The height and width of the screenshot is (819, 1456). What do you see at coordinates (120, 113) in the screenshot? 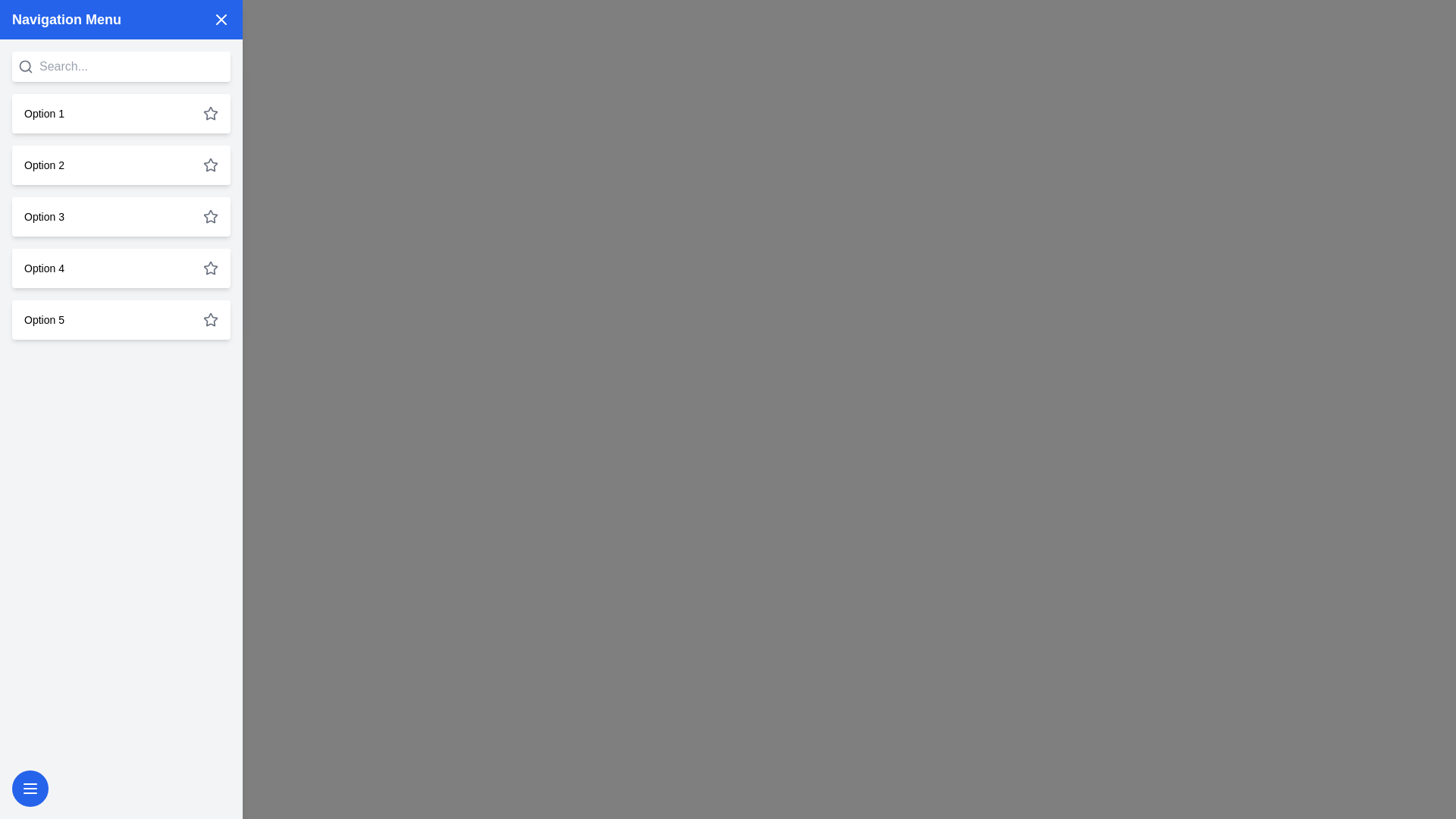
I see `the first selectable list item representing 'Option 1' located below the search bar` at bounding box center [120, 113].